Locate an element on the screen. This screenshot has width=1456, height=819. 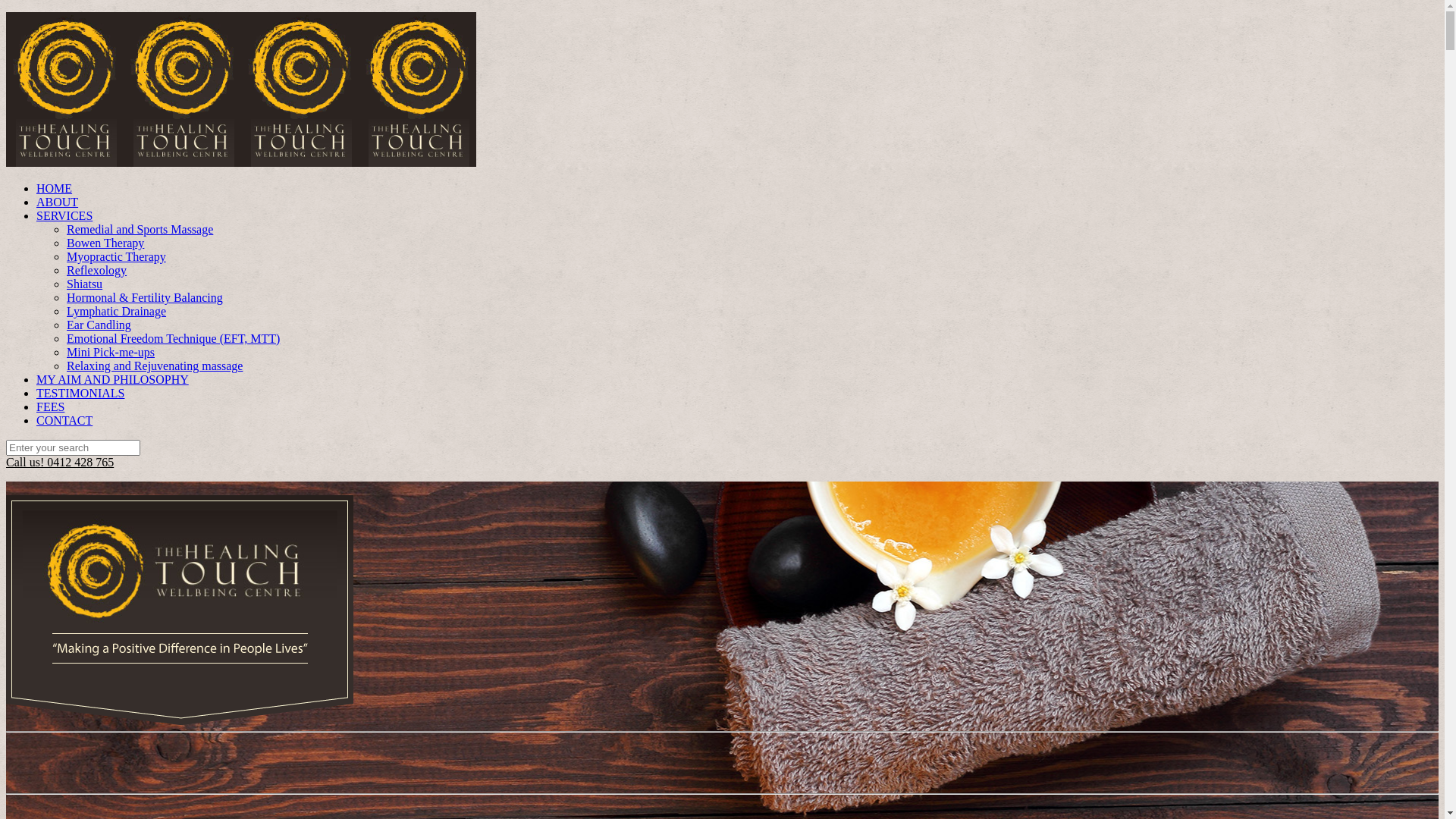
'SERVICES' is located at coordinates (64, 215).